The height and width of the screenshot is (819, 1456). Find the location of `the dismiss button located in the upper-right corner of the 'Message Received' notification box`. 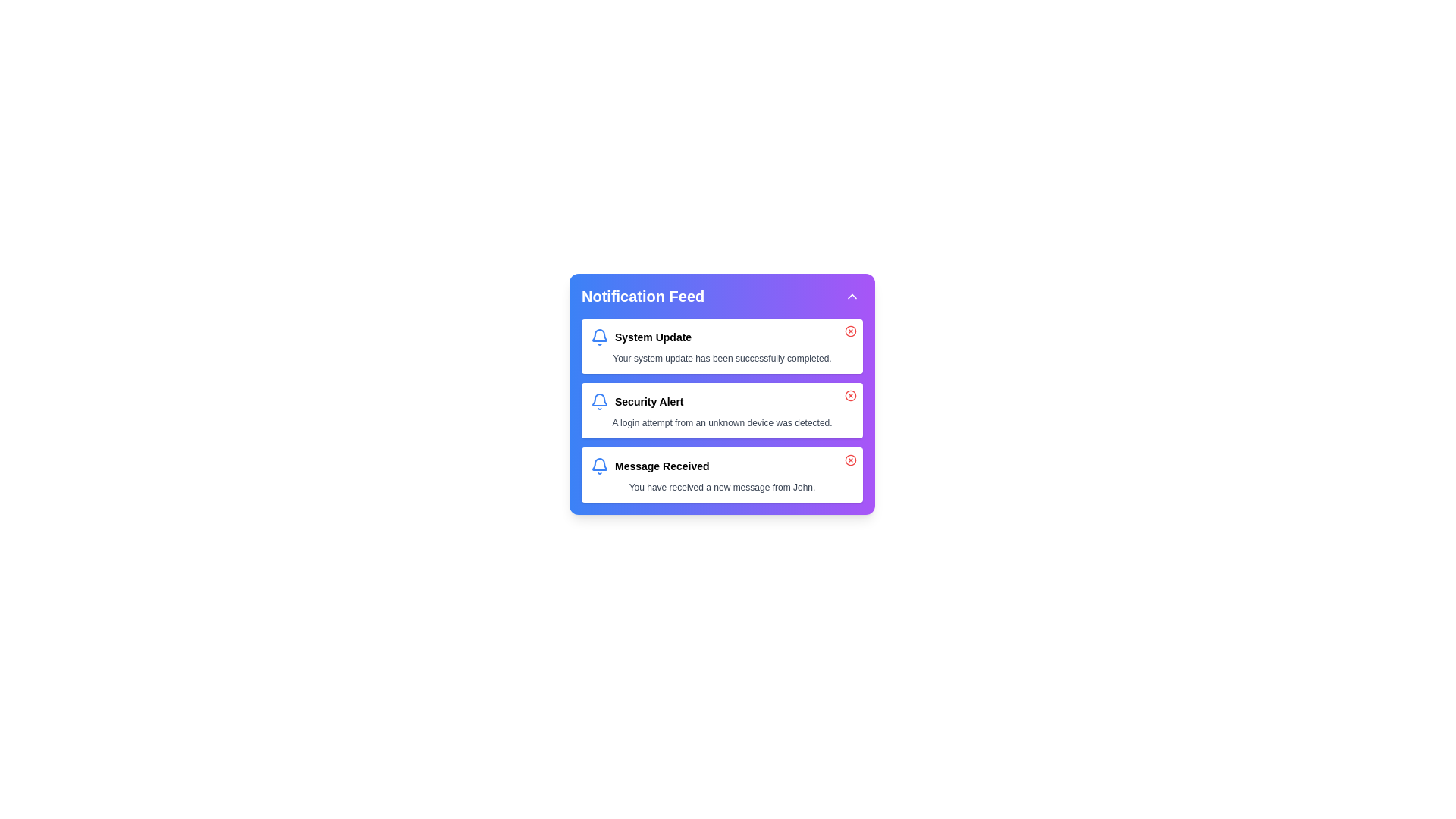

the dismiss button located in the upper-right corner of the 'Message Received' notification box is located at coordinates (851, 459).